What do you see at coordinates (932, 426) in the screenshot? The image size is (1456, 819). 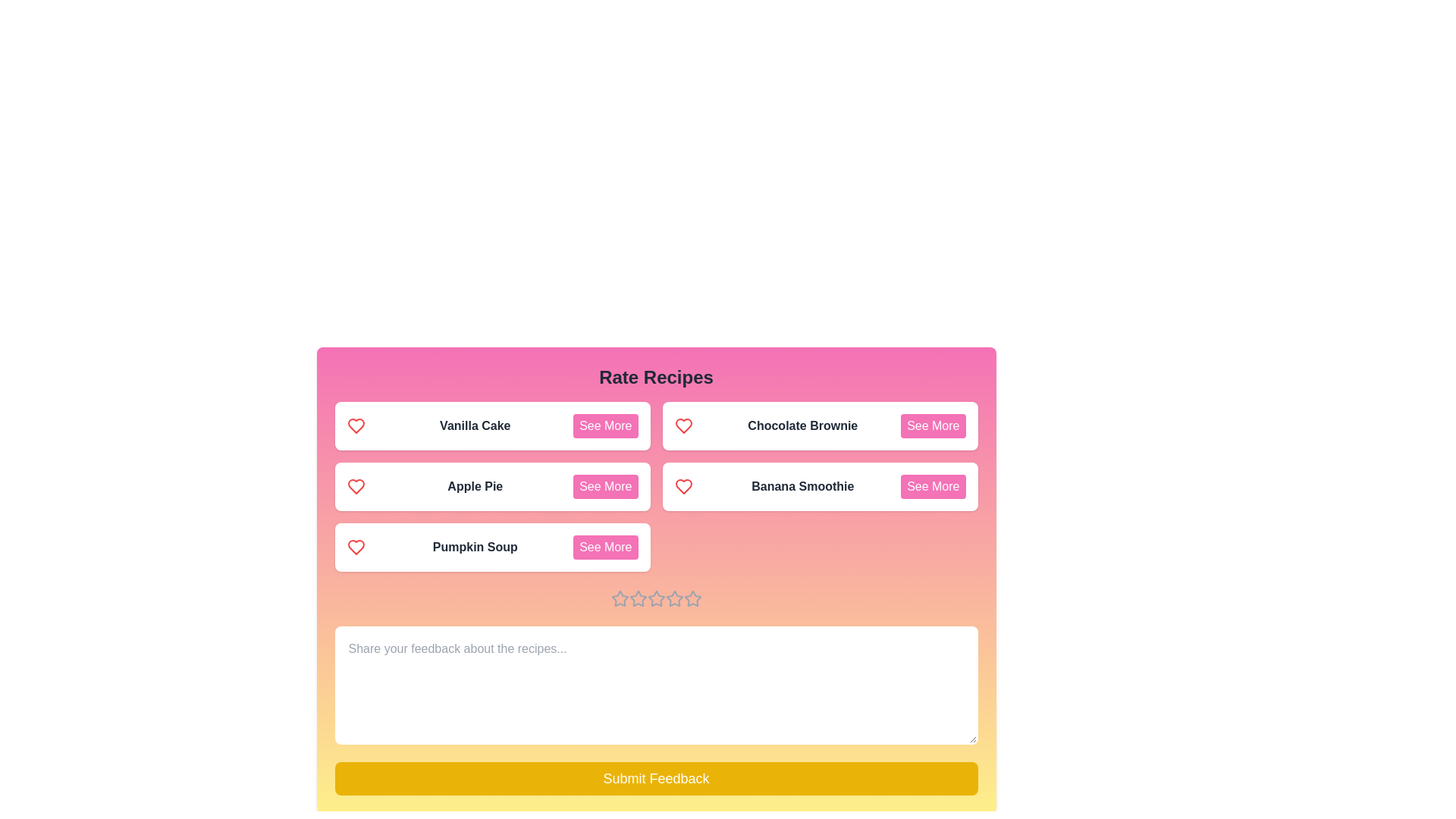 I see `the 'See More' button for the recipe Chocolate Brownie` at bounding box center [932, 426].